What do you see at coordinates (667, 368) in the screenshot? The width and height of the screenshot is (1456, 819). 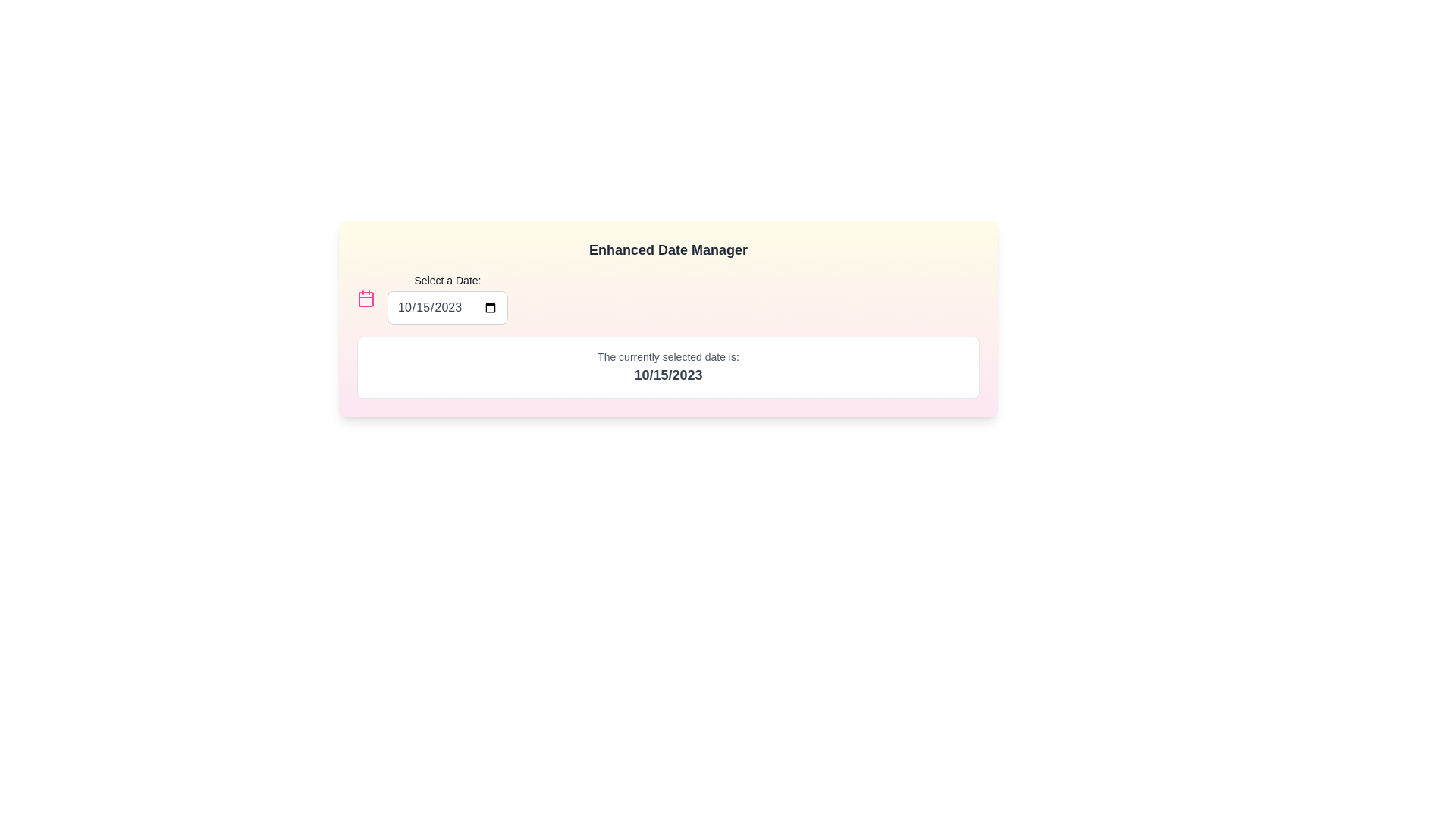 I see `the Display Box element that contains the text 'The currently selected date is:' and the date '10/15/2023', located at the bottom of the 'Enhanced Date Manager' component` at bounding box center [667, 368].